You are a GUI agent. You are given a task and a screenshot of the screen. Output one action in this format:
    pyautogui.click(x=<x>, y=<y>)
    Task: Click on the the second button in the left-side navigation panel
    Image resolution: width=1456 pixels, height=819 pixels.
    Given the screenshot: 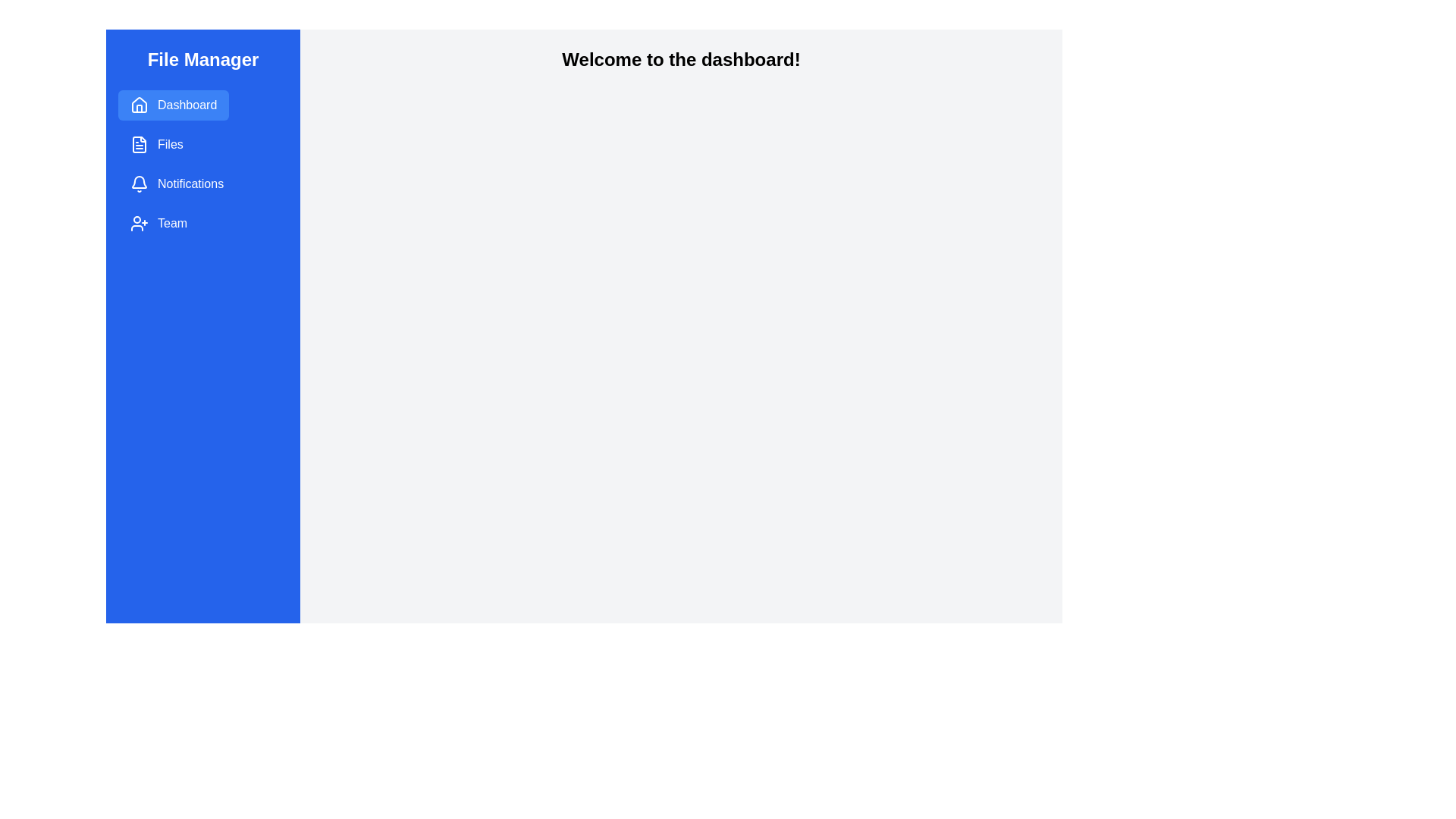 What is the action you would take?
    pyautogui.click(x=156, y=145)
    